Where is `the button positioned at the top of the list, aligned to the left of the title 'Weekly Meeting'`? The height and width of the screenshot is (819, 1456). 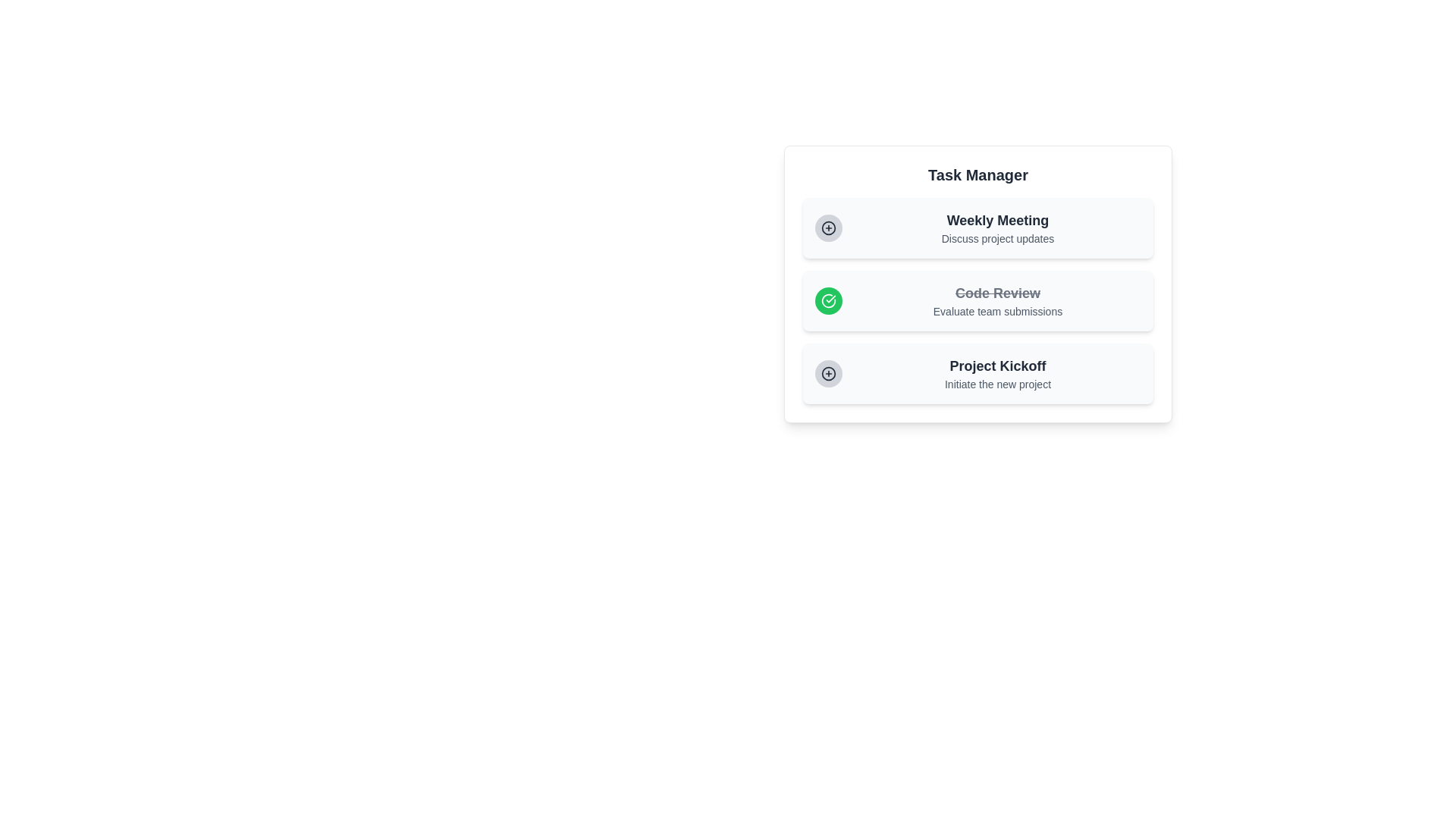
the button positioned at the top of the list, aligned to the left of the title 'Weekly Meeting' is located at coordinates (828, 227).